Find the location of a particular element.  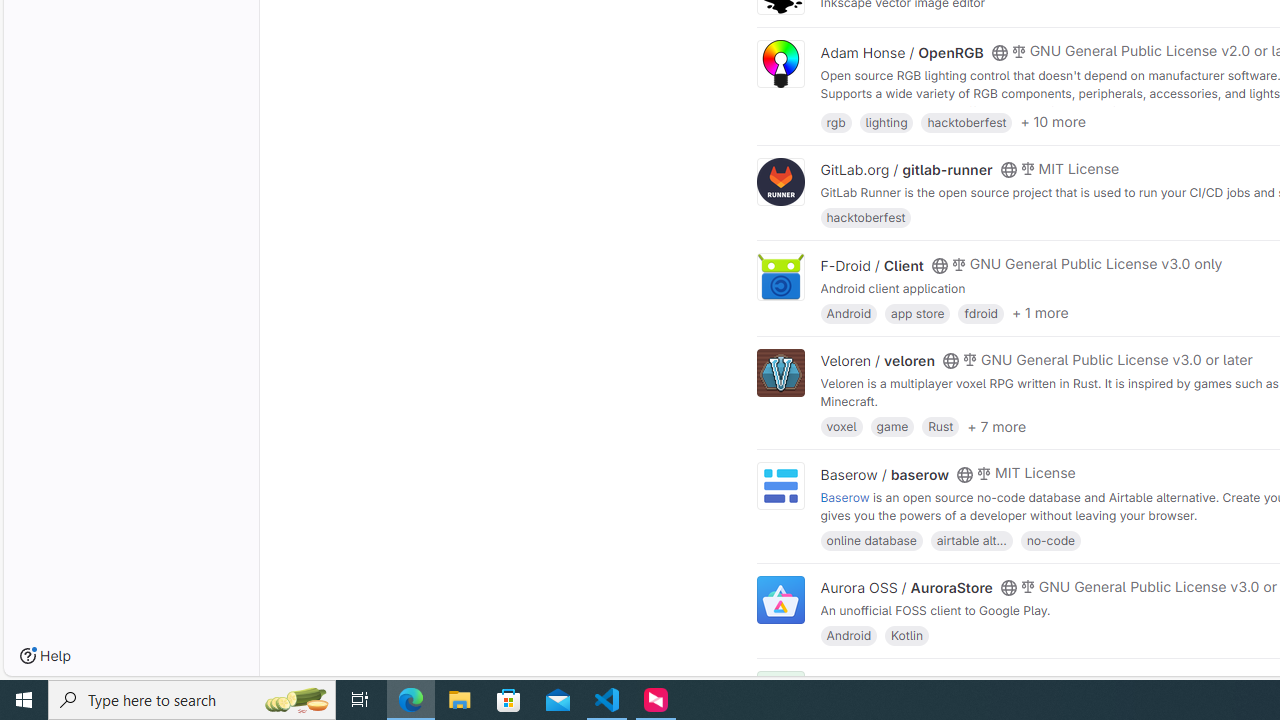

'no-code' is located at coordinates (1049, 538).